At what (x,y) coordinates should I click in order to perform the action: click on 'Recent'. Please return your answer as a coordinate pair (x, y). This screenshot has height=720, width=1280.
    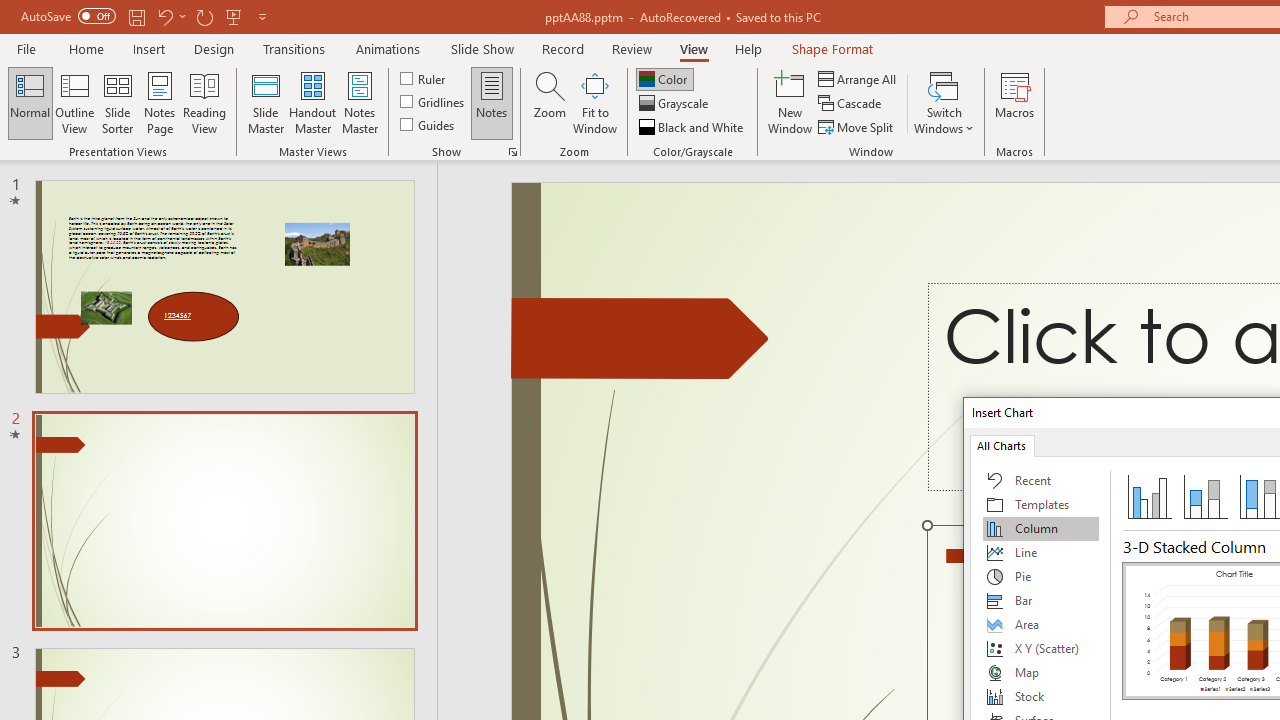
    Looking at the image, I should click on (1040, 480).